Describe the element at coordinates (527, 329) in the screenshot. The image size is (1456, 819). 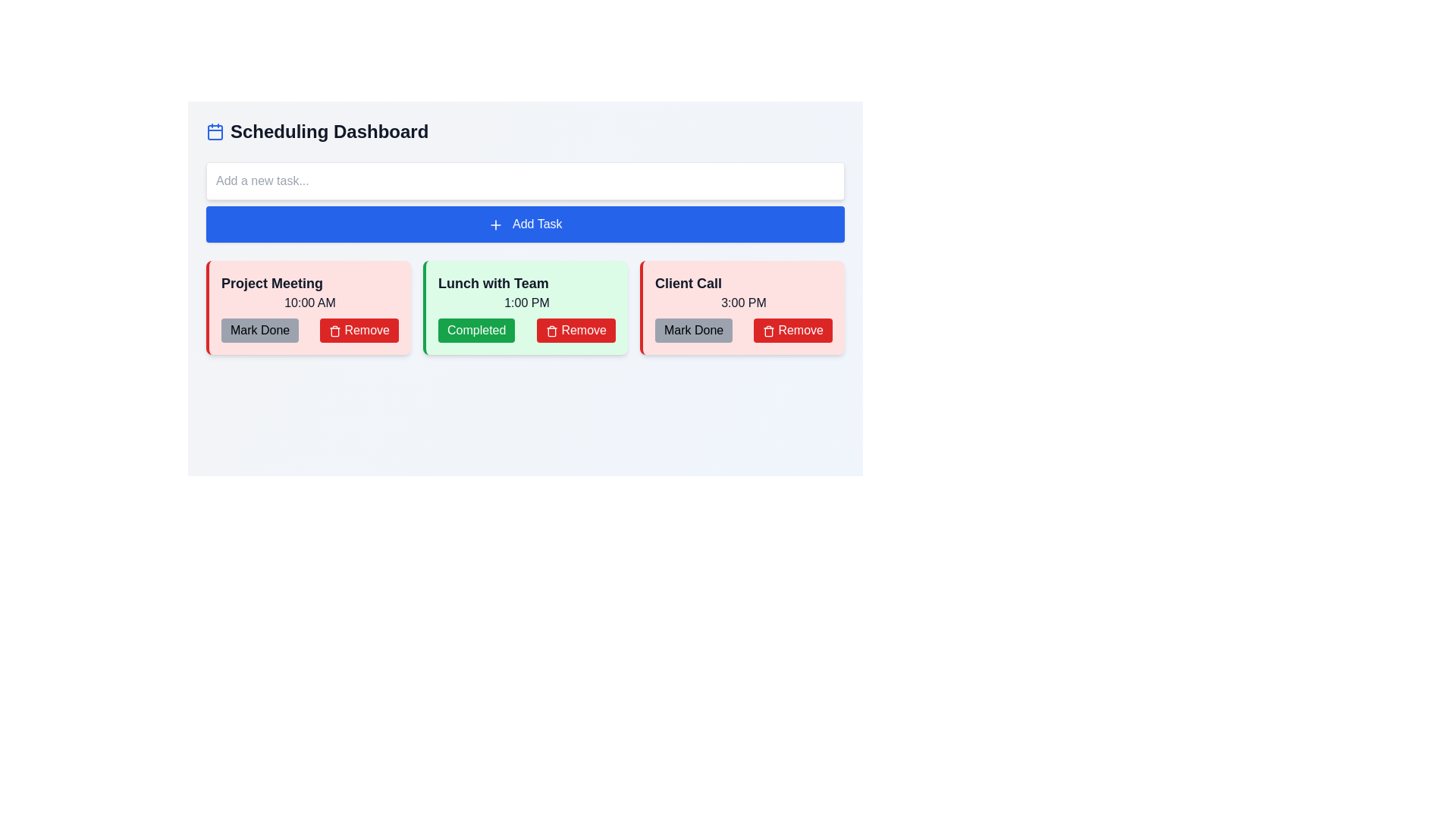
I see `the green 'Completed' button or the red 'Remove' button in the lower section of the 'Lunch with Team' task card` at that location.